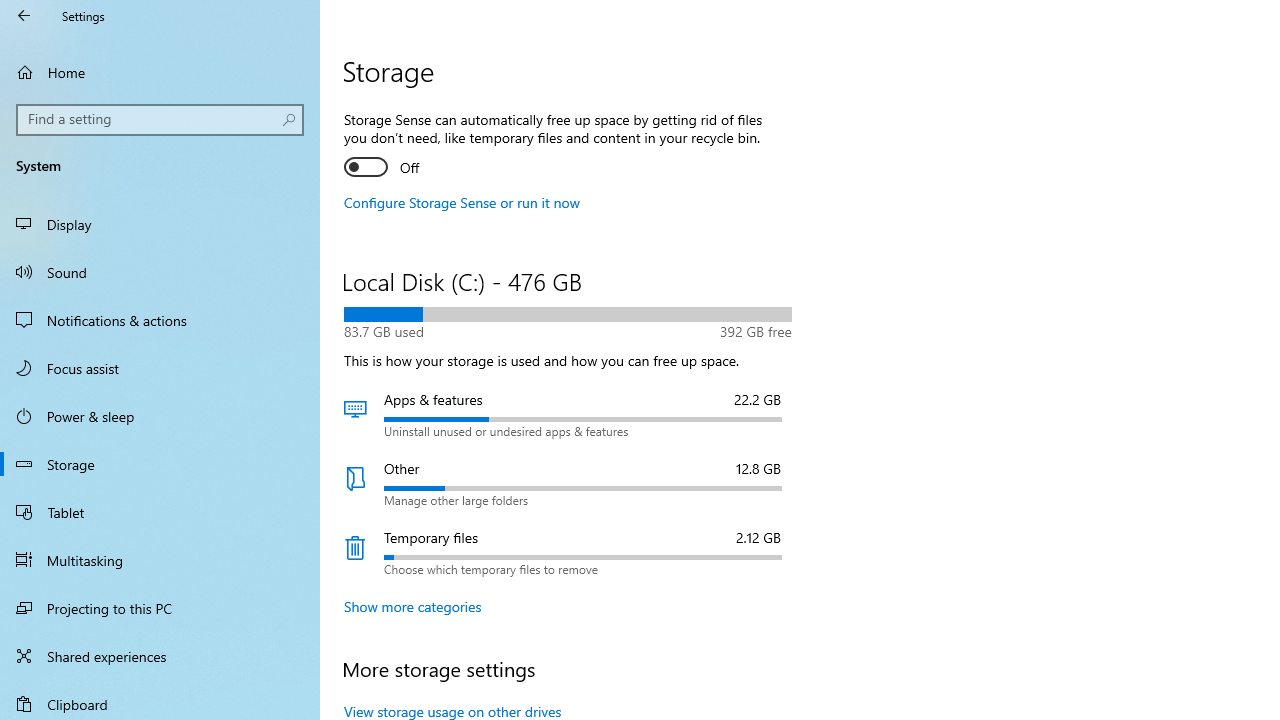 The height and width of the screenshot is (720, 1280). I want to click on 'Show more categories', so click(412, 605).